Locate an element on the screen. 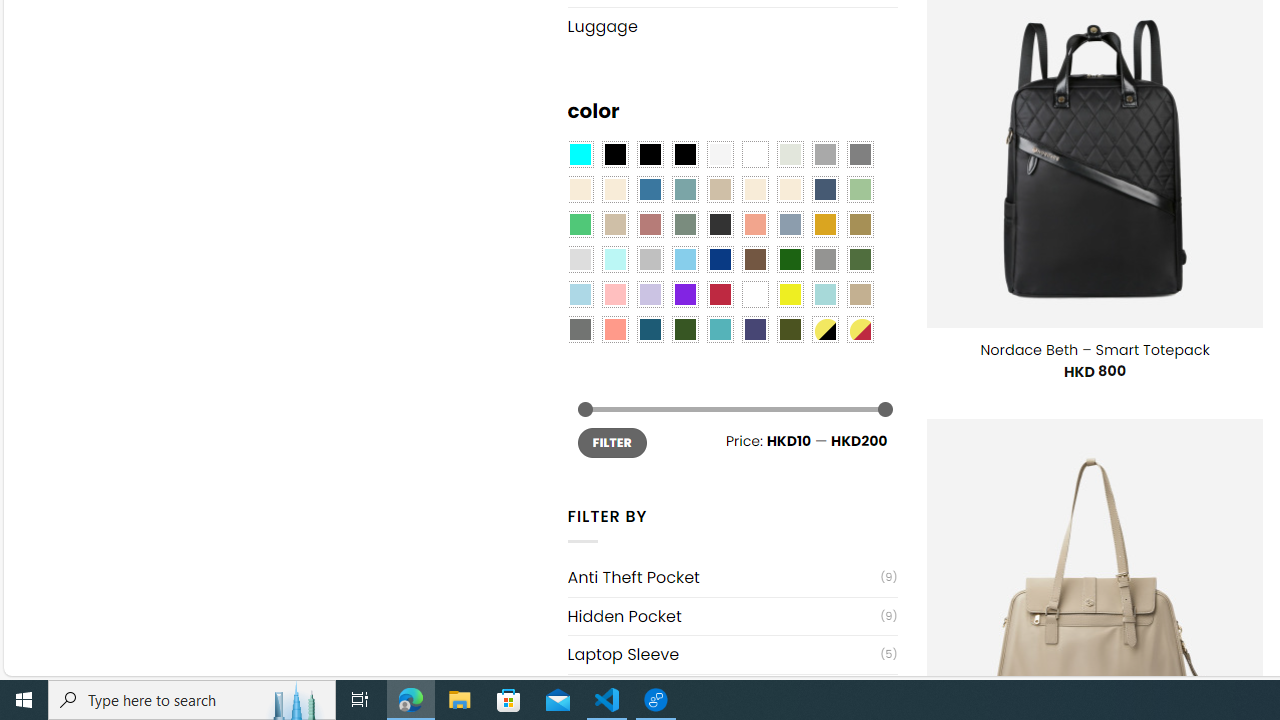  'Purple' is located at coordinates (684, 295).